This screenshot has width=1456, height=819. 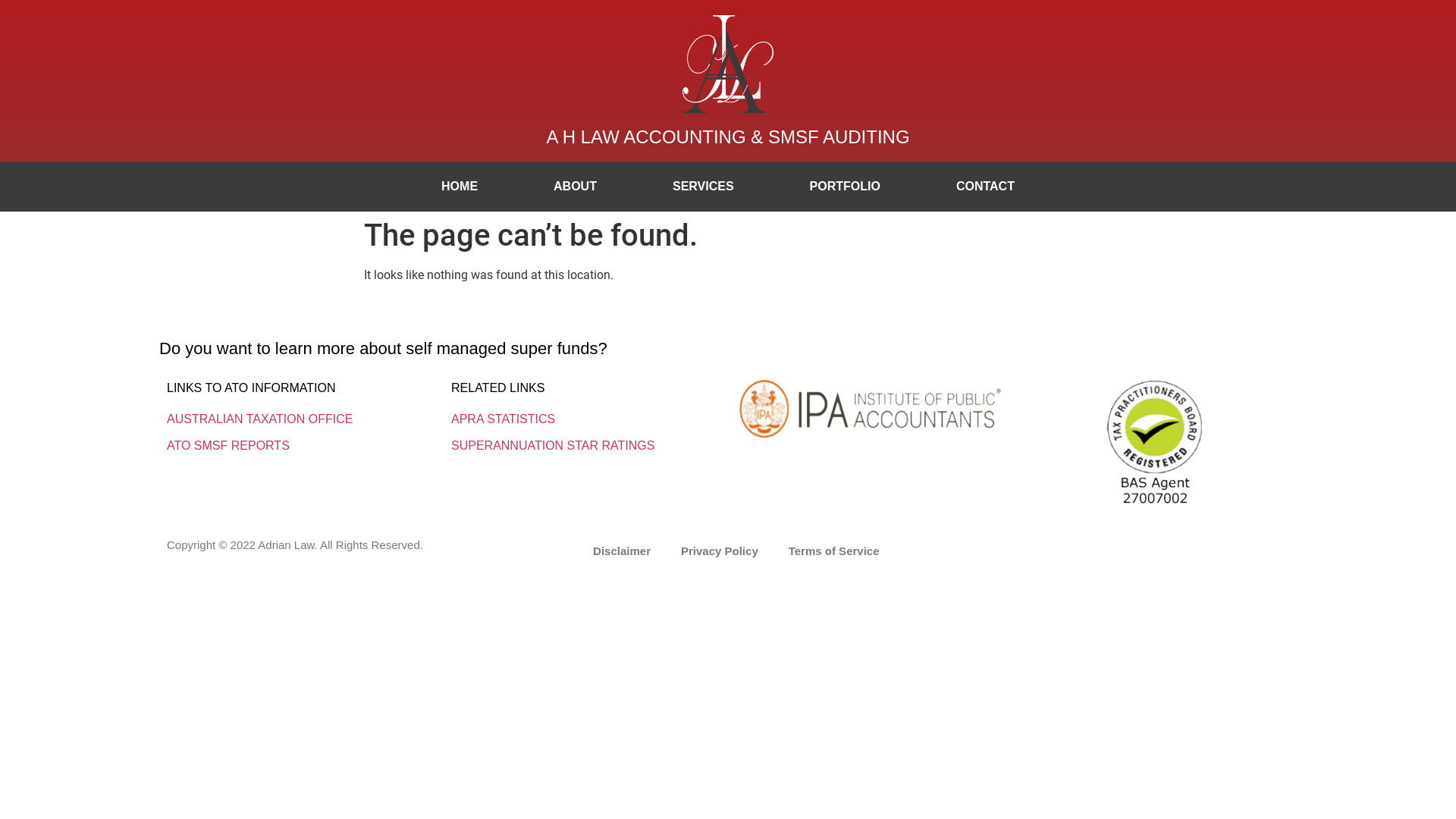 What do you see at coordinates (574, 186) in the screenshot?
I see `'ABOUT'` at bounding box center [574, 186].